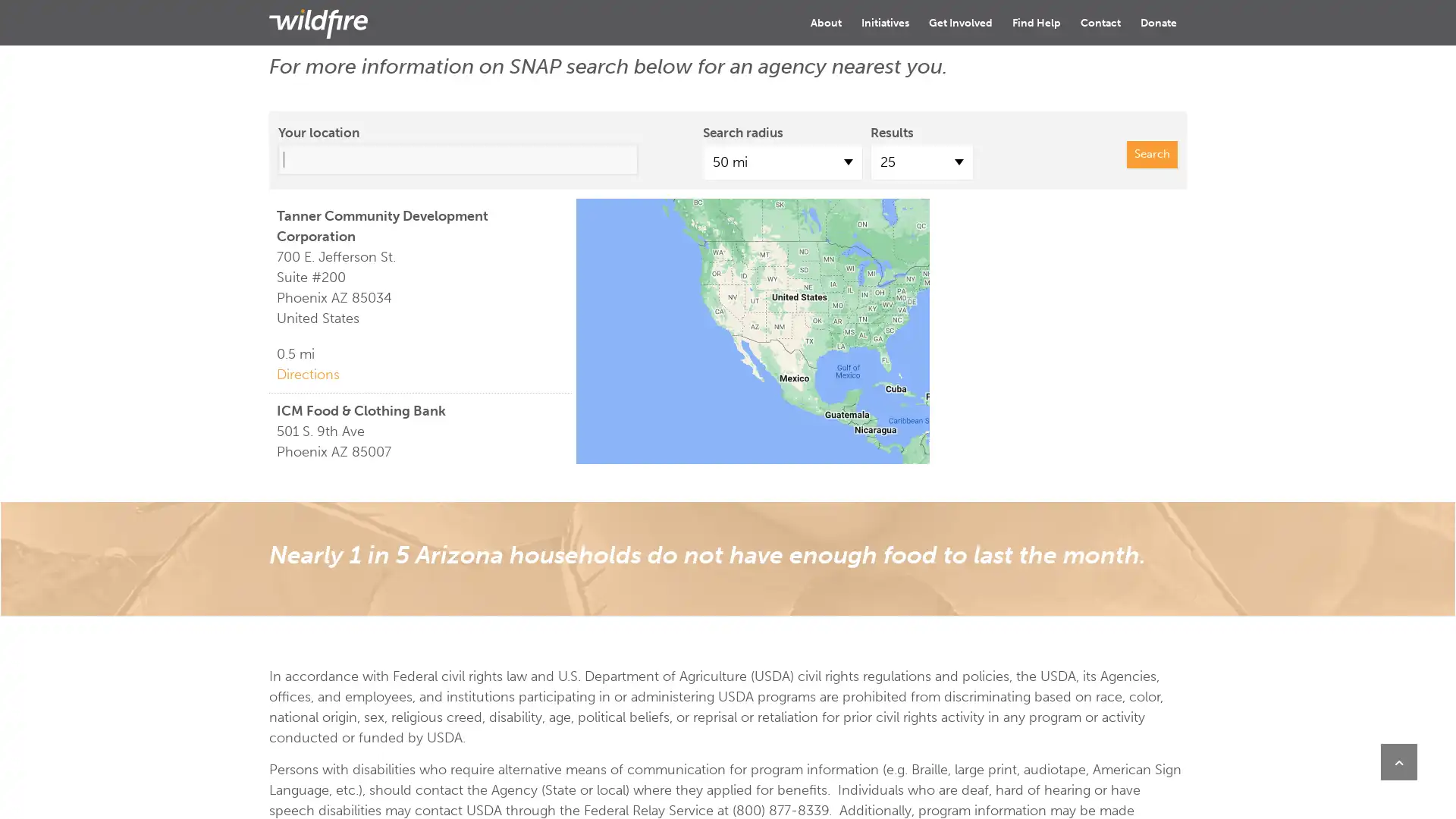 Image resolution: width=1456 pixels, height=819 pixels. What do you see at coordinates (888, 320) in the screenshot?
I see `TCDC at Washington Pointe` at bounding box center [888, 320].